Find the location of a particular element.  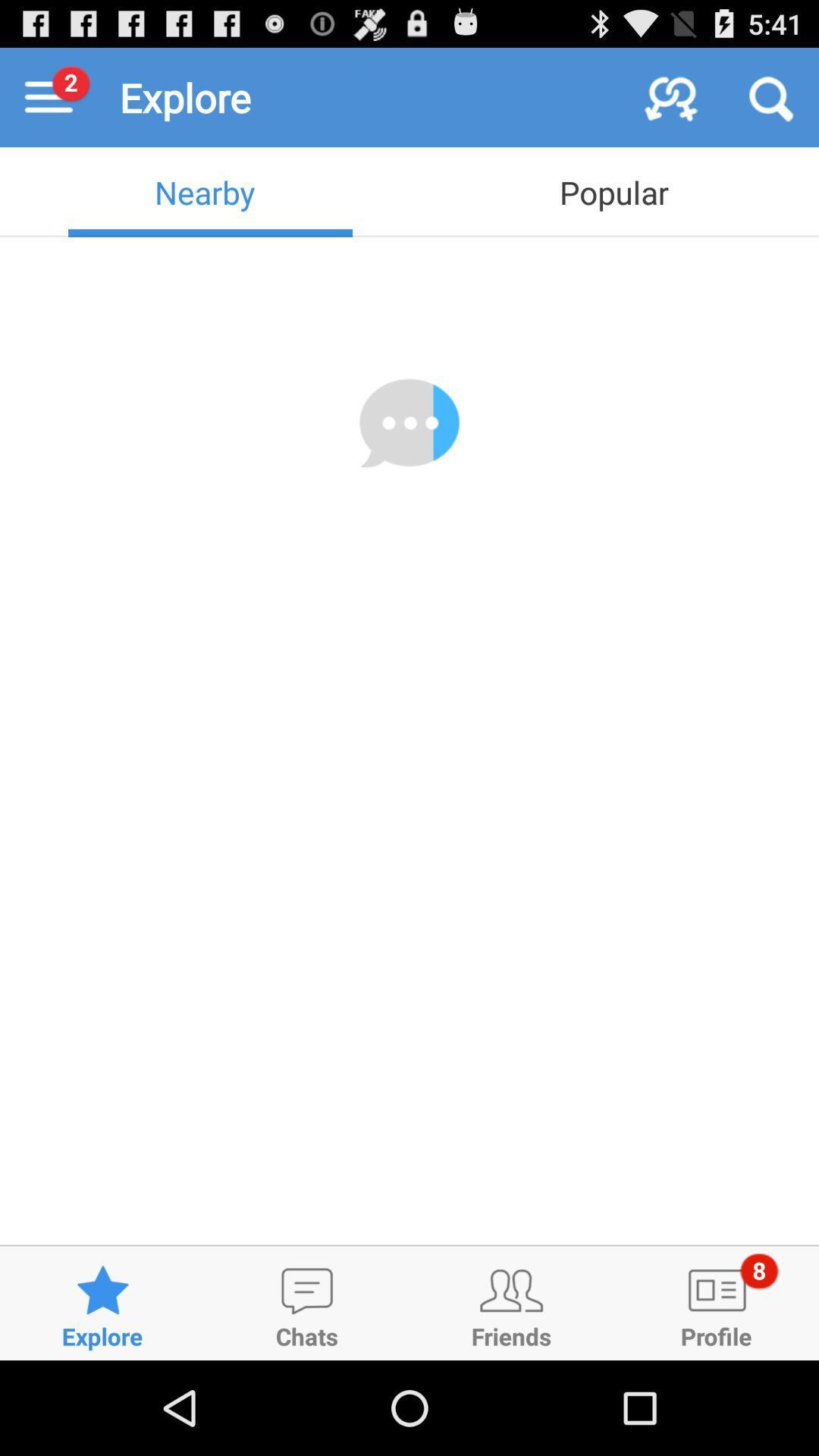

the menu icon is located at coordinates (49, 103).